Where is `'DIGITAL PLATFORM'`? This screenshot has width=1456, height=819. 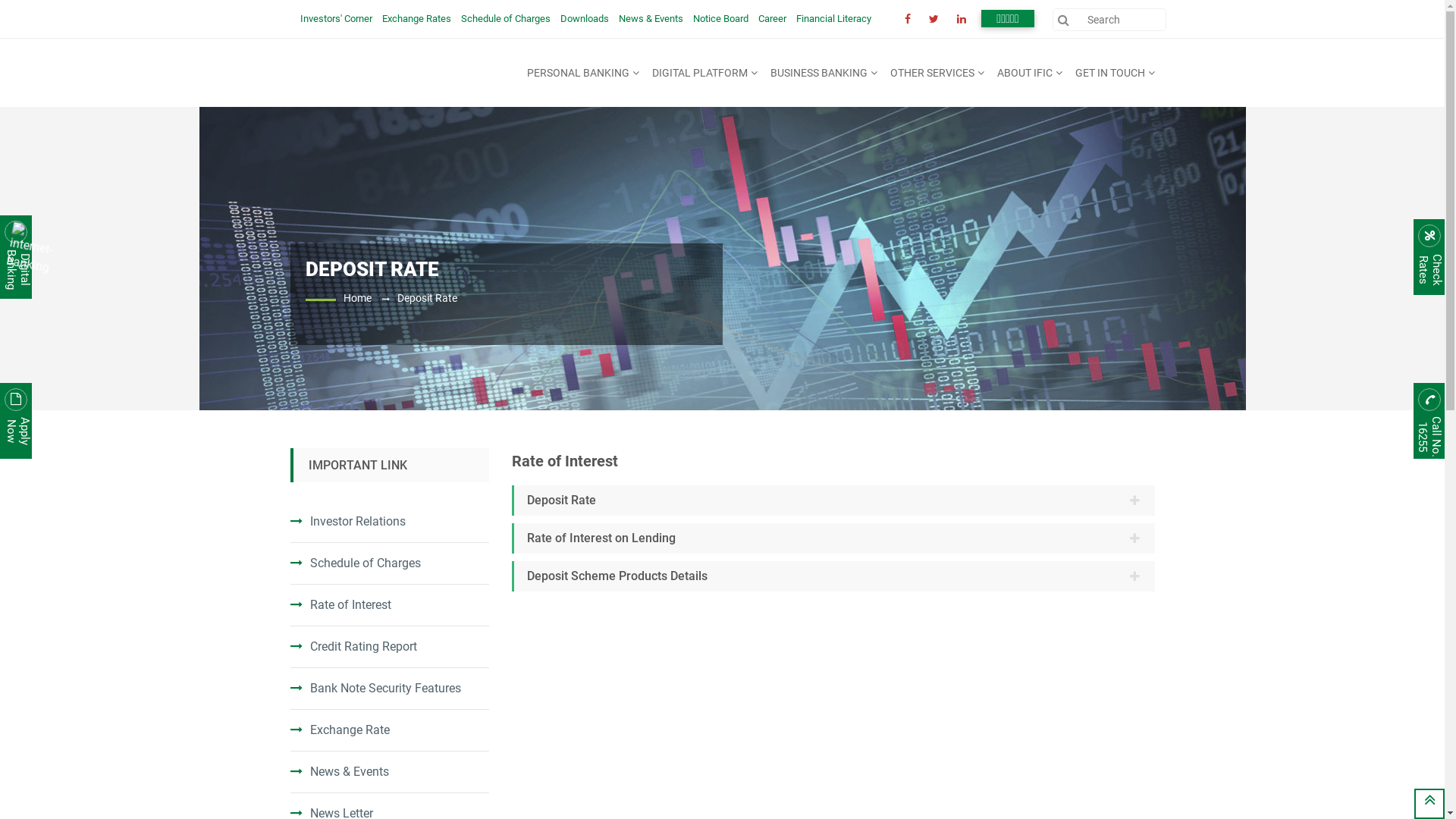 'DIGITAL PLATFORM' is located at coordinates (704, 73).